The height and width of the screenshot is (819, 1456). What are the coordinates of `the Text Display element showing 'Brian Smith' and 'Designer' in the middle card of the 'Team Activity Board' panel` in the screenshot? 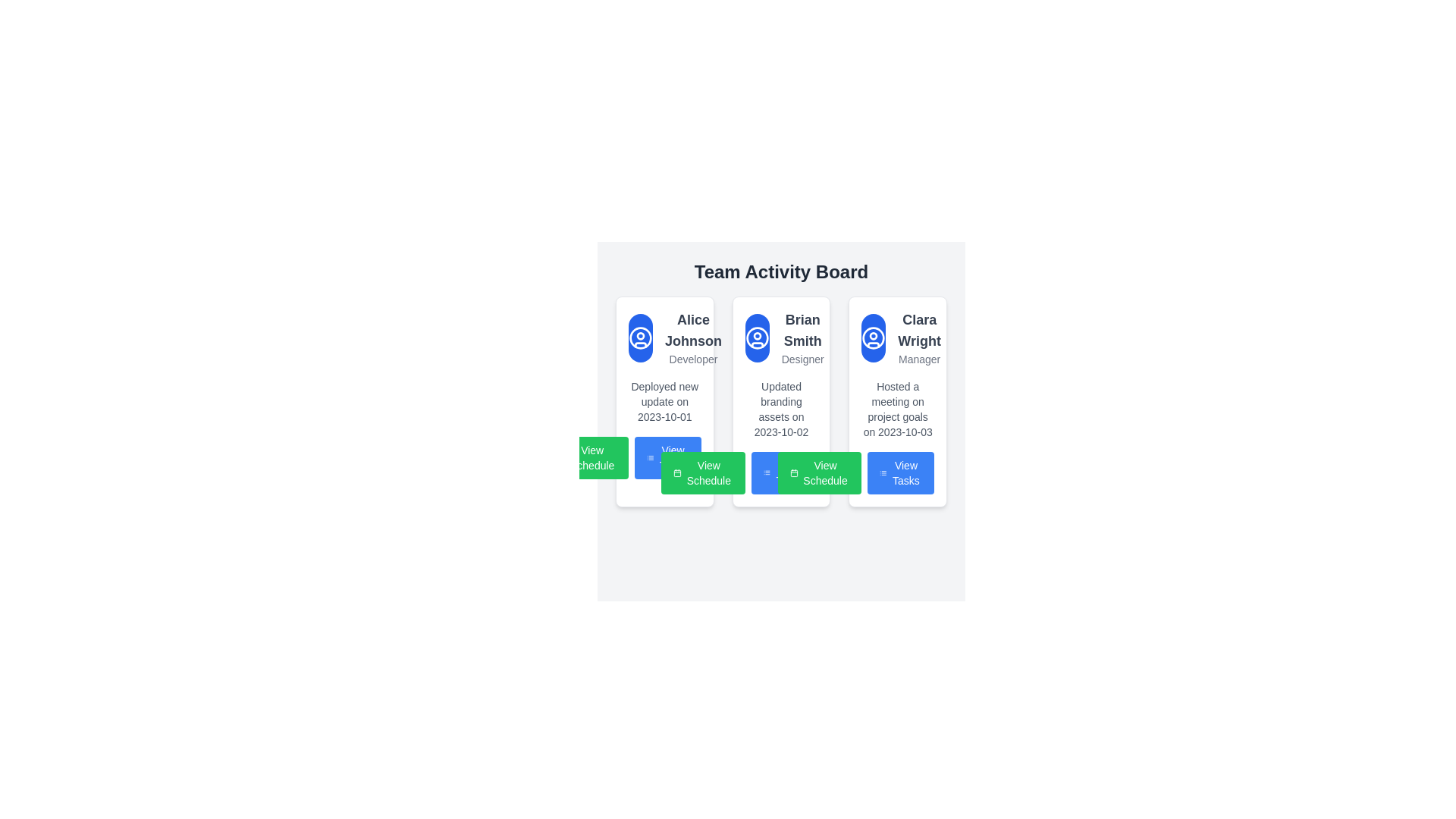 It's located at (802, 337).